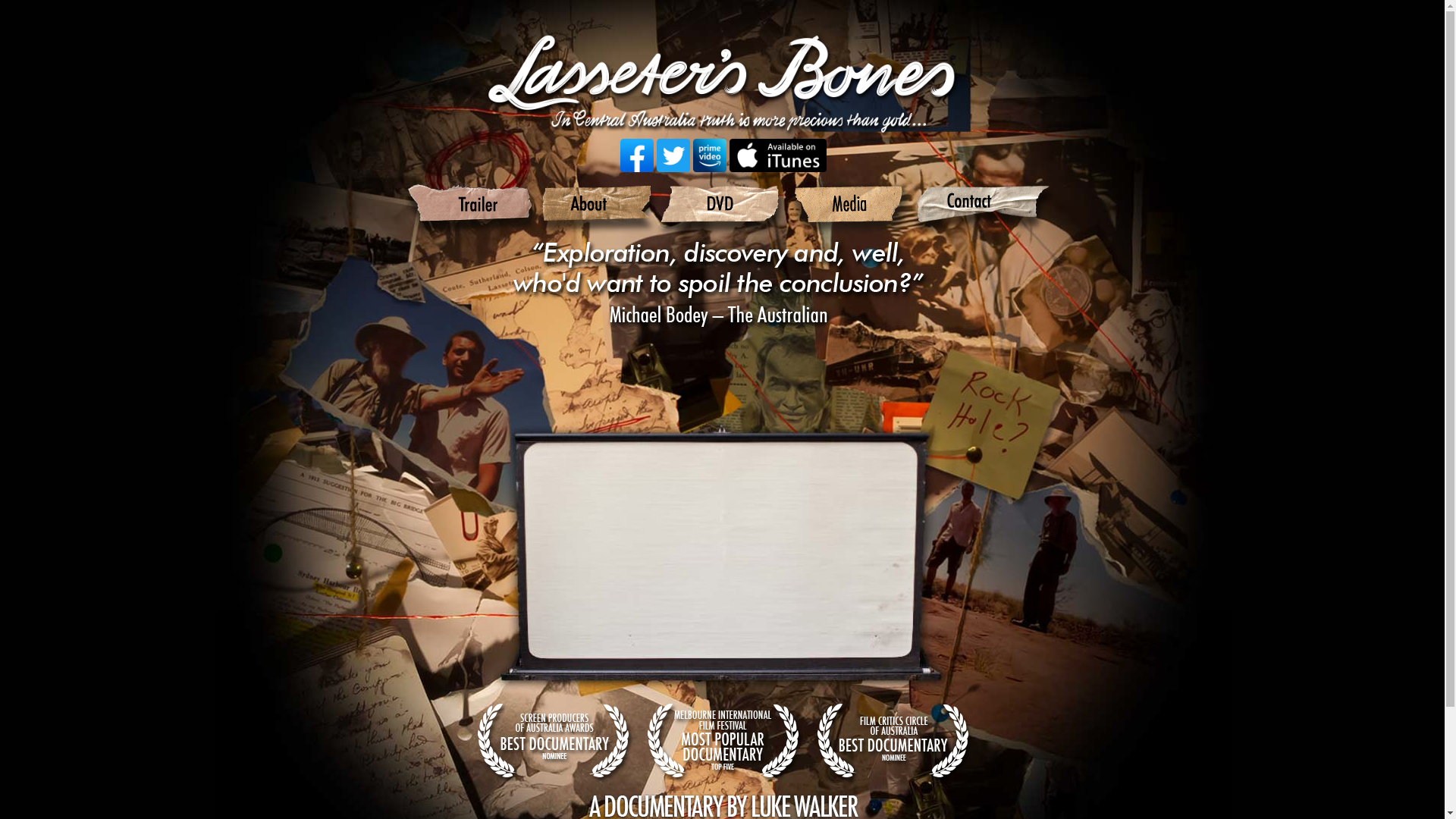 The height and width of the screenshot is (819, 1456). I want to click on 'Available on iTunes', so click(729, 155).